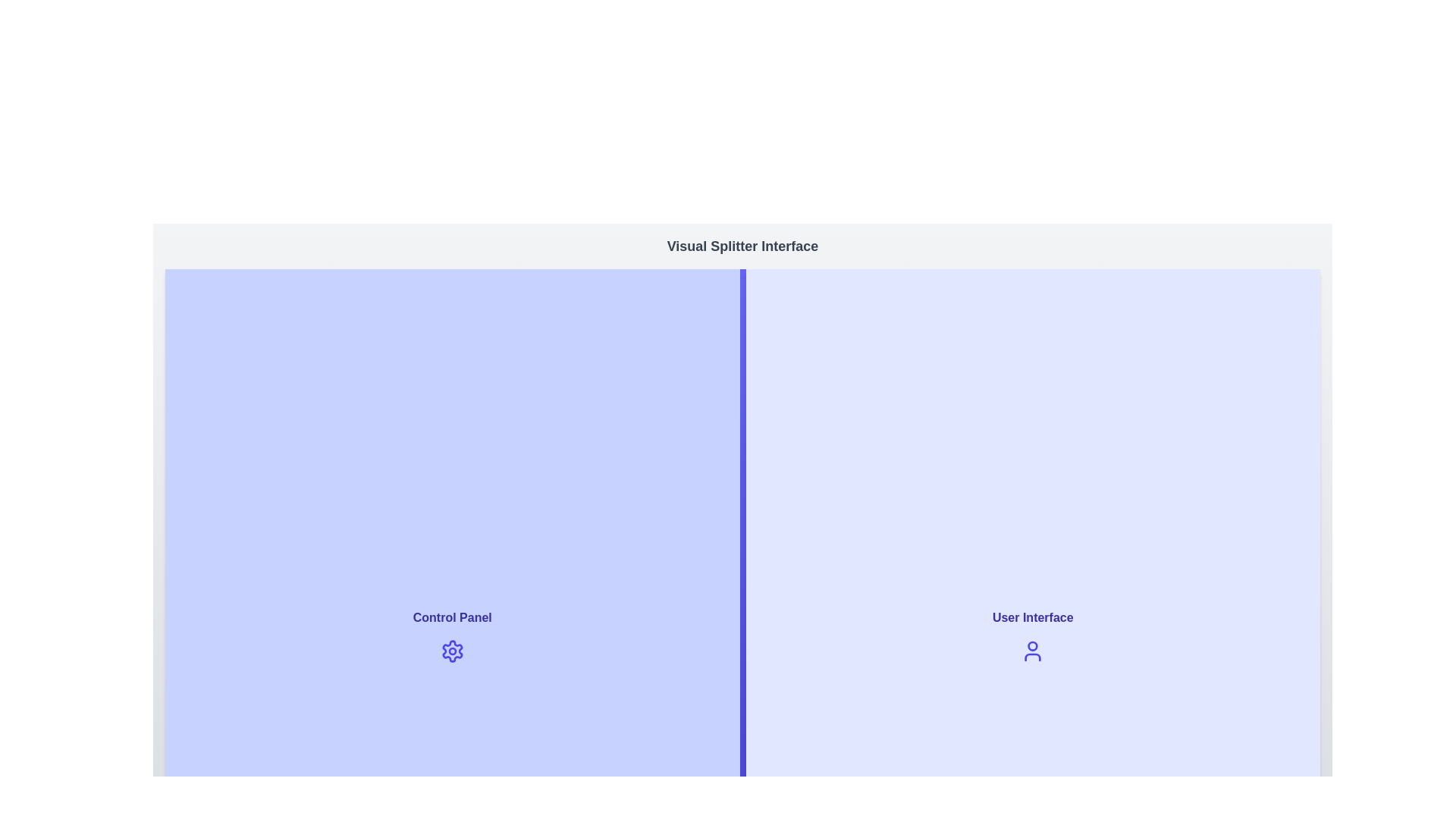 This screenshot has width=1456, height=819. What do you see at coordinates (1032, 651) in the screenshot?
I see `the user icon, which is a vivid indigo circular figure located below the 'User Interface' text` at bounding box center [1032, 651].